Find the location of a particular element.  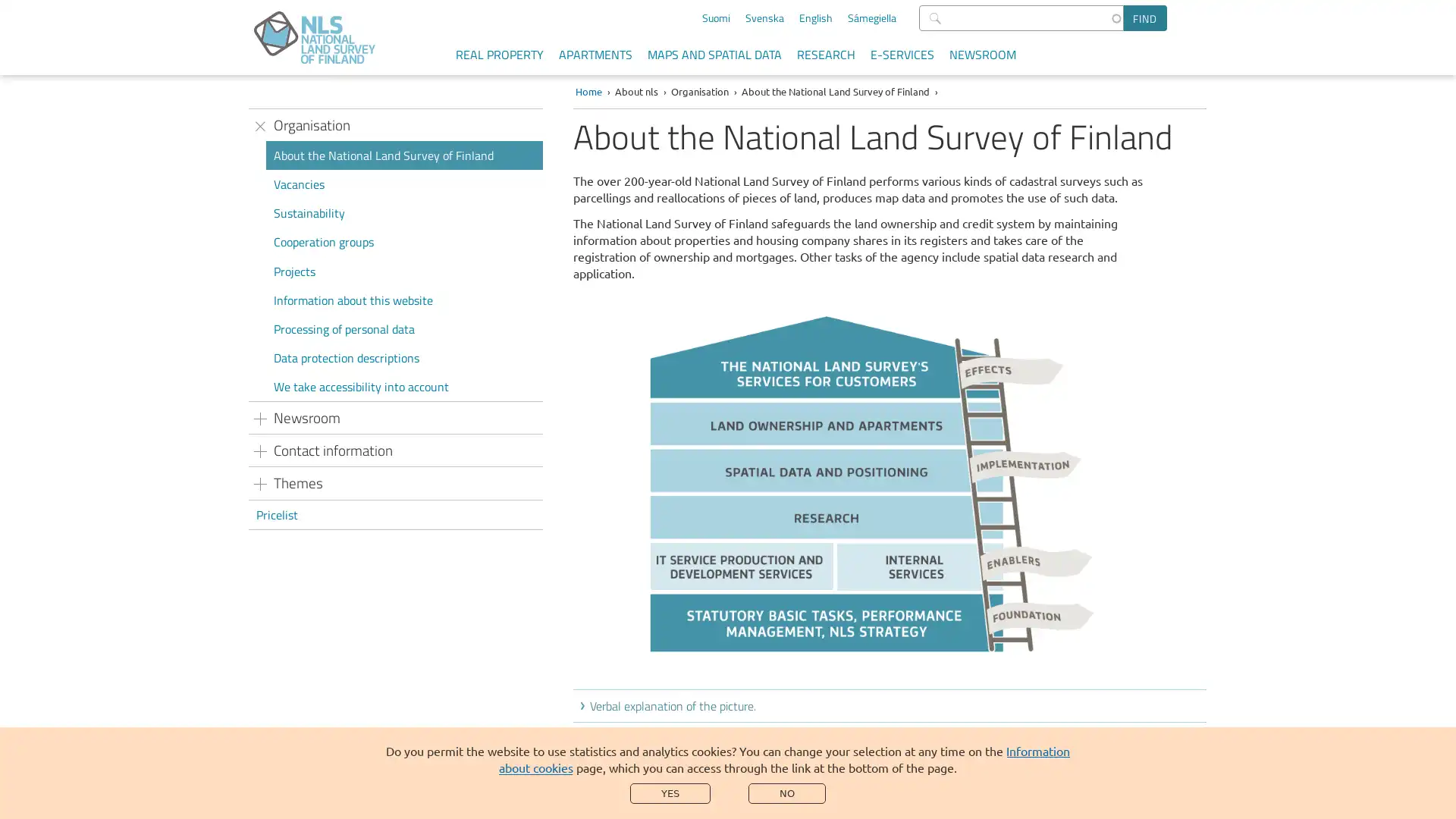

YES is located at coordinates (669, 792).